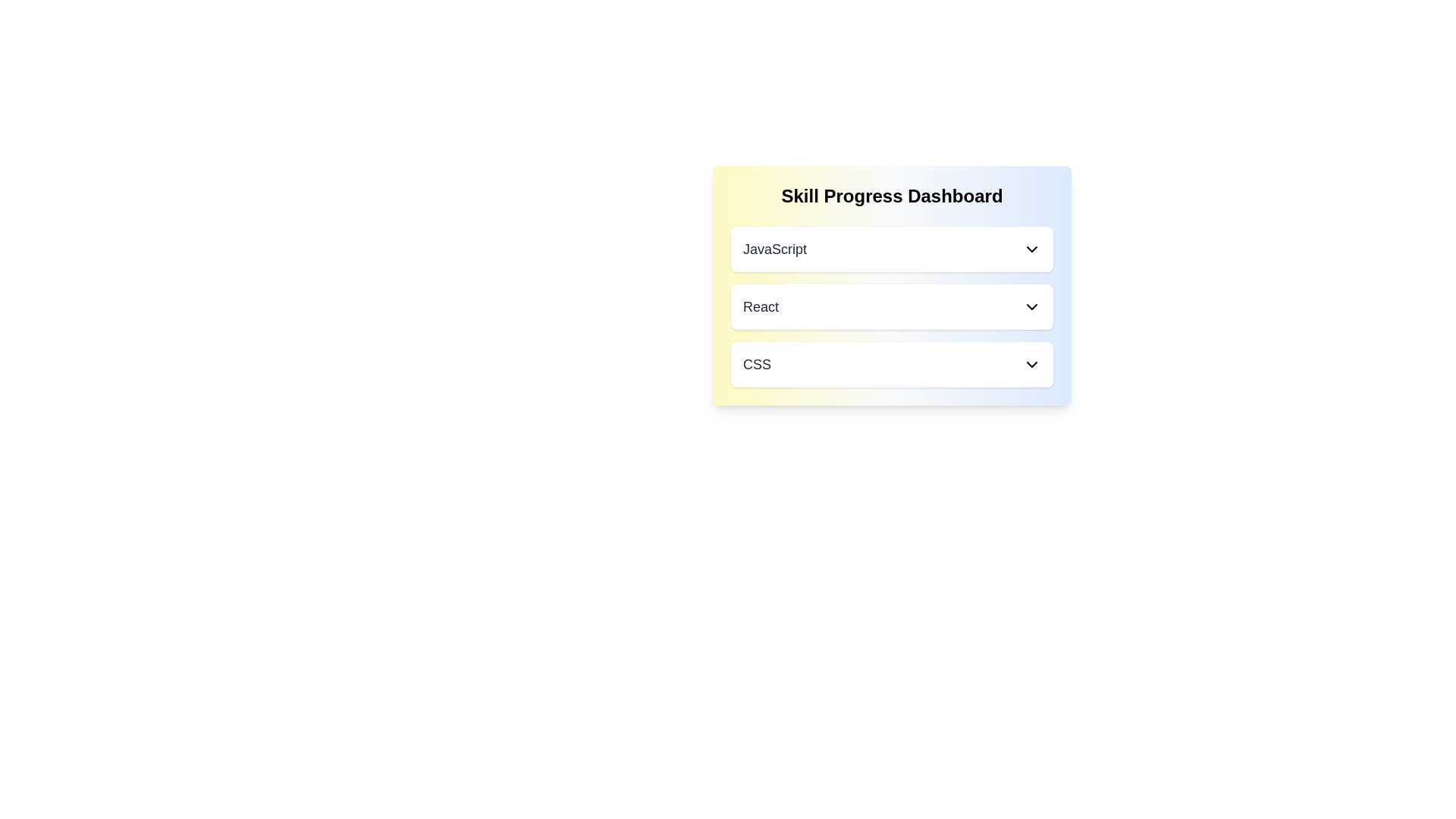 The width and height of the screenshot is (1456, 819). What do you see at coordinates (892, 248) in the screenshot?
I see `the first dropdown trigger in the list under 'Skill Progress Dashboard'` at bounding box center [892, 248].